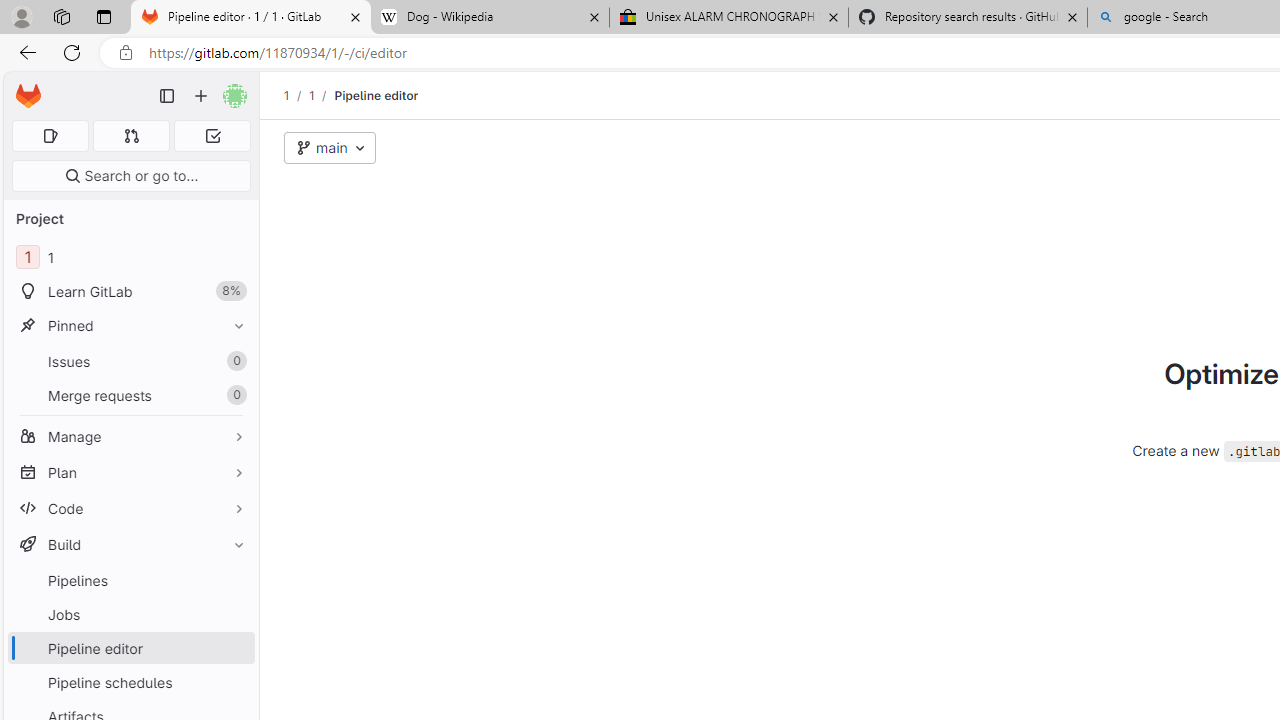 This screenshot has height=720, width=1280. What do you see at coordinates (130, 361) in the screenshot?
I see `'Issues0'` at bounding box center [130, 361].